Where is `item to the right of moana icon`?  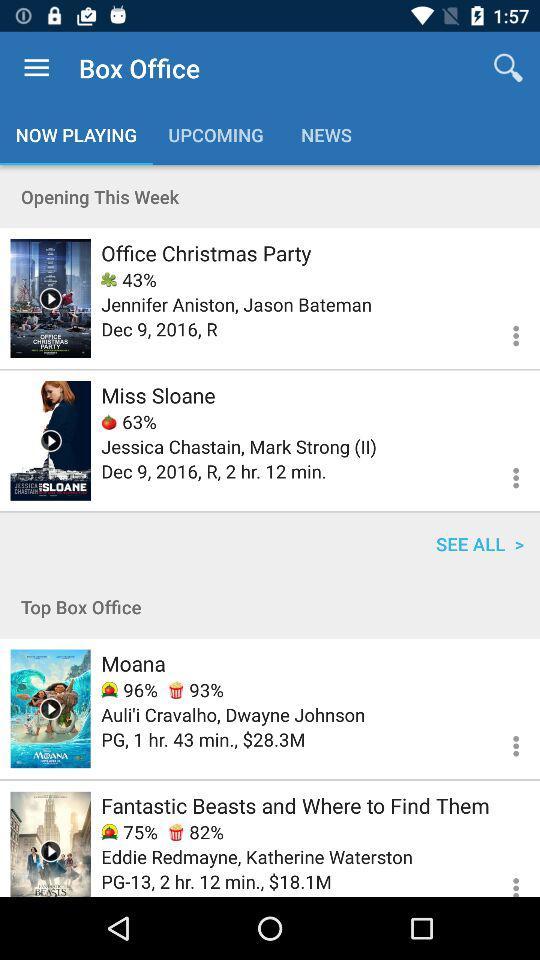
item to the right of moana icon is located at coordinates (196, 690).